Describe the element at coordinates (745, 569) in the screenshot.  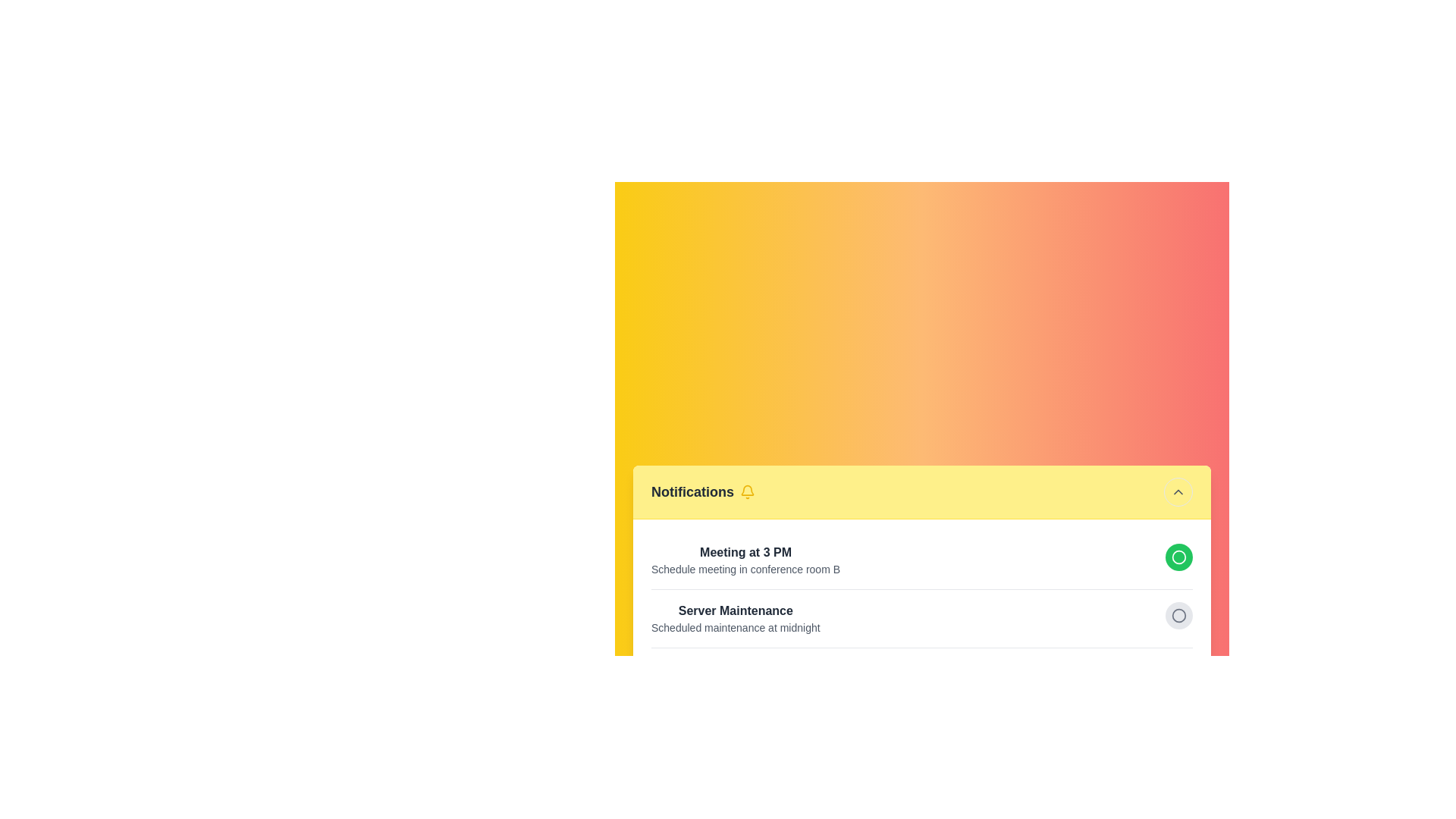
I see `the text element reading 'Schedule meeting in conference room B', which is styled with a small font size and gray color, located in the notification section beneath the header 'Meeting at 3 PM'` at that location.